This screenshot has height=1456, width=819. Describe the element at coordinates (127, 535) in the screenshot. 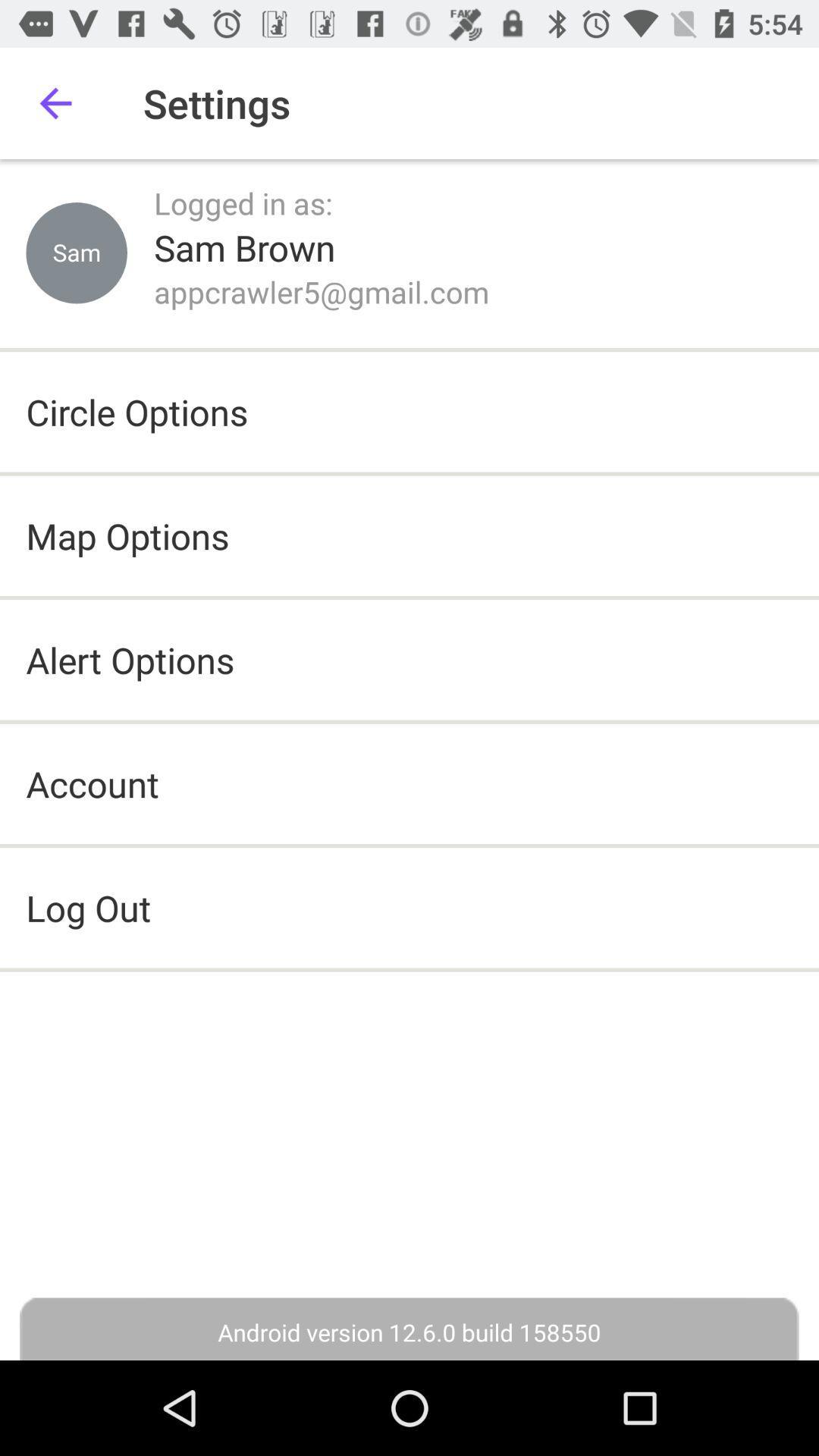

I see `the map options icon` at that location.